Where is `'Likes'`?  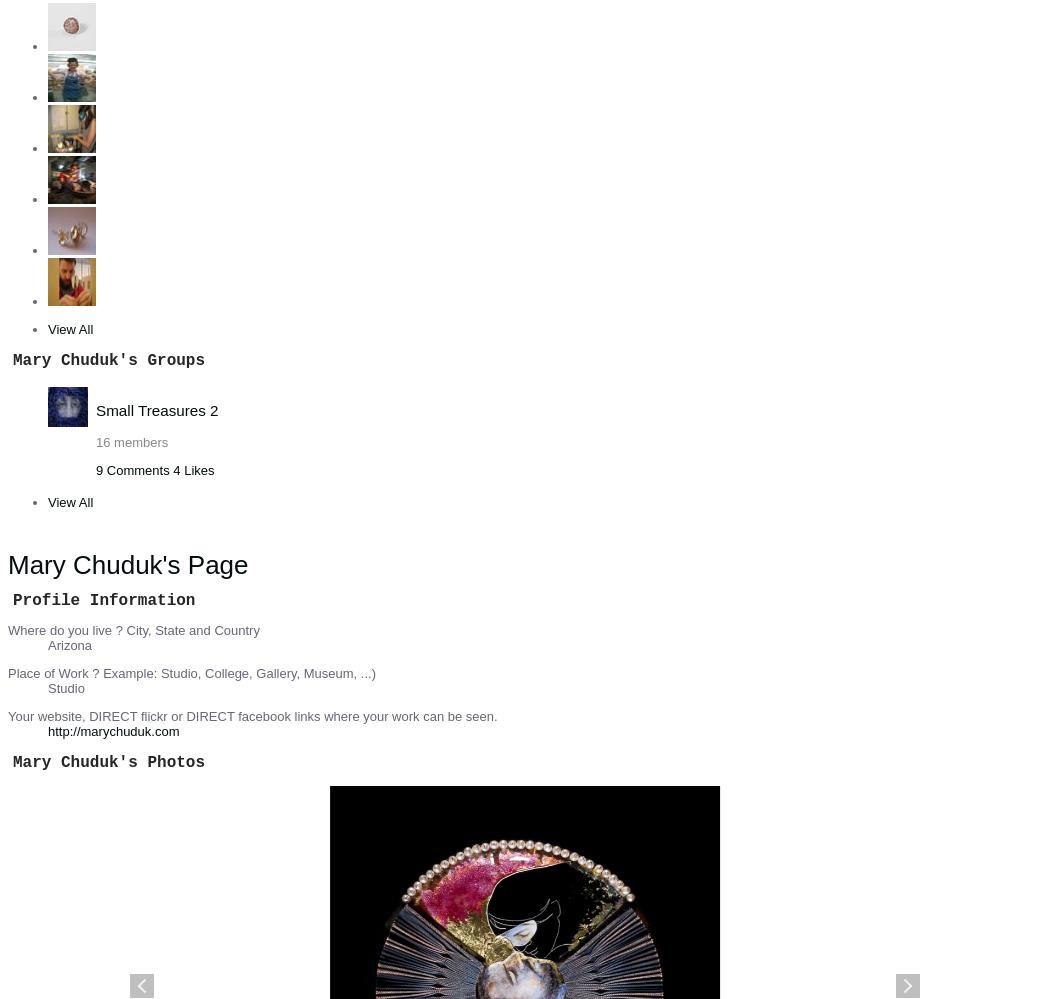 'Likes' is located at coordinates (197, 469).